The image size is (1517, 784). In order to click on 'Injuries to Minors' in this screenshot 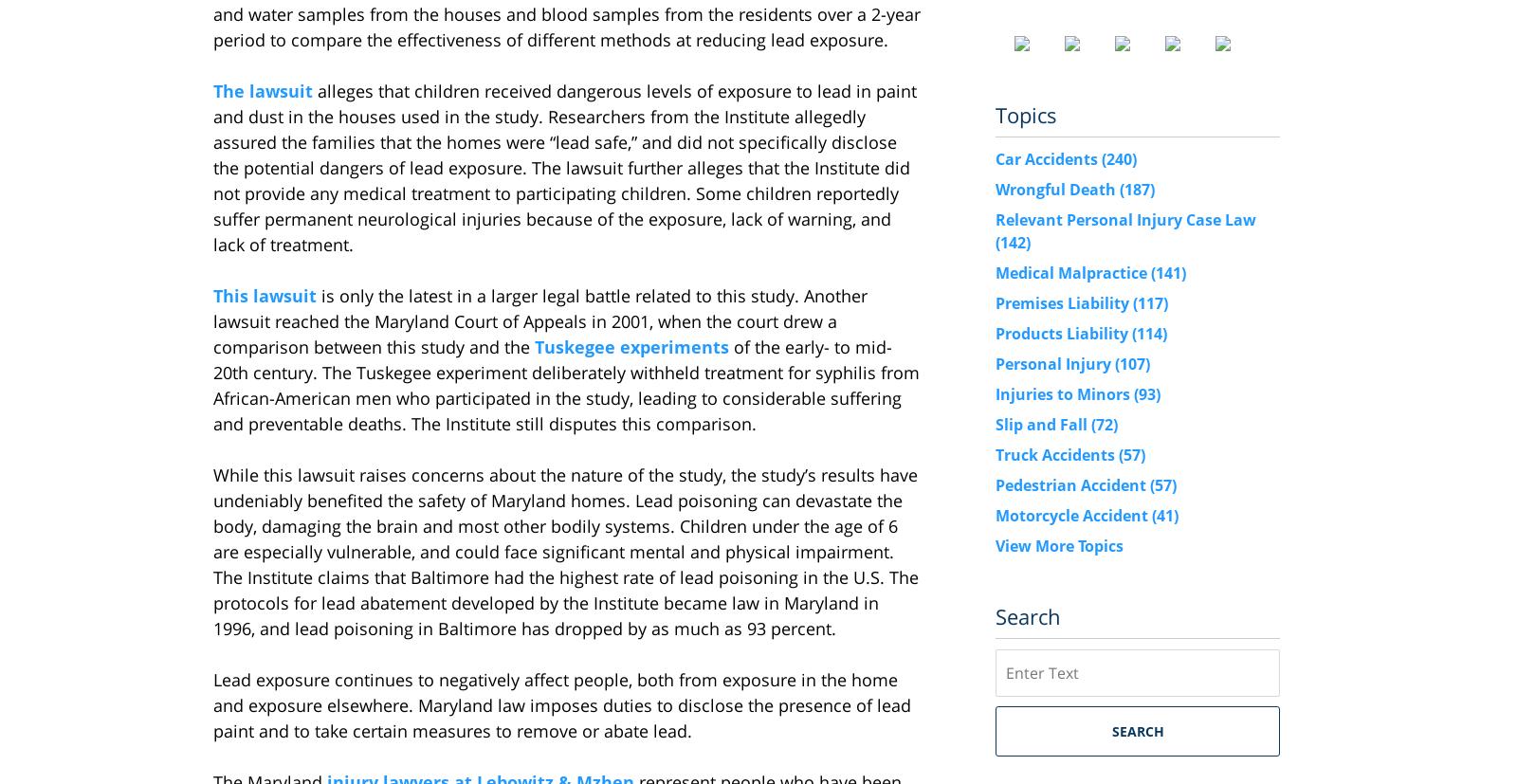, I will do `click(1065, 392)`.